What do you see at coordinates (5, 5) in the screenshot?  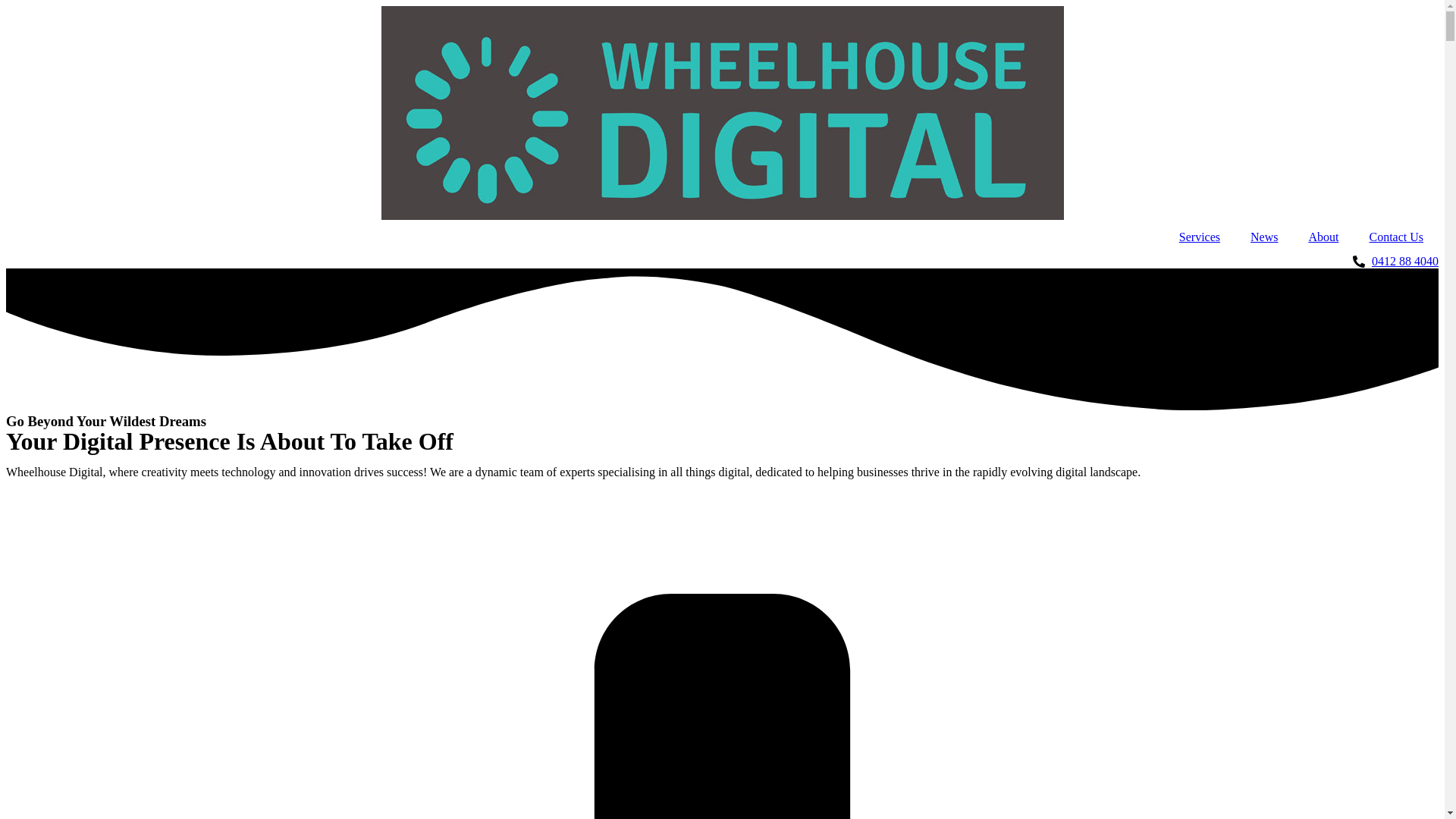 I see `'Skip to content'` at bounding box center [5, 5].